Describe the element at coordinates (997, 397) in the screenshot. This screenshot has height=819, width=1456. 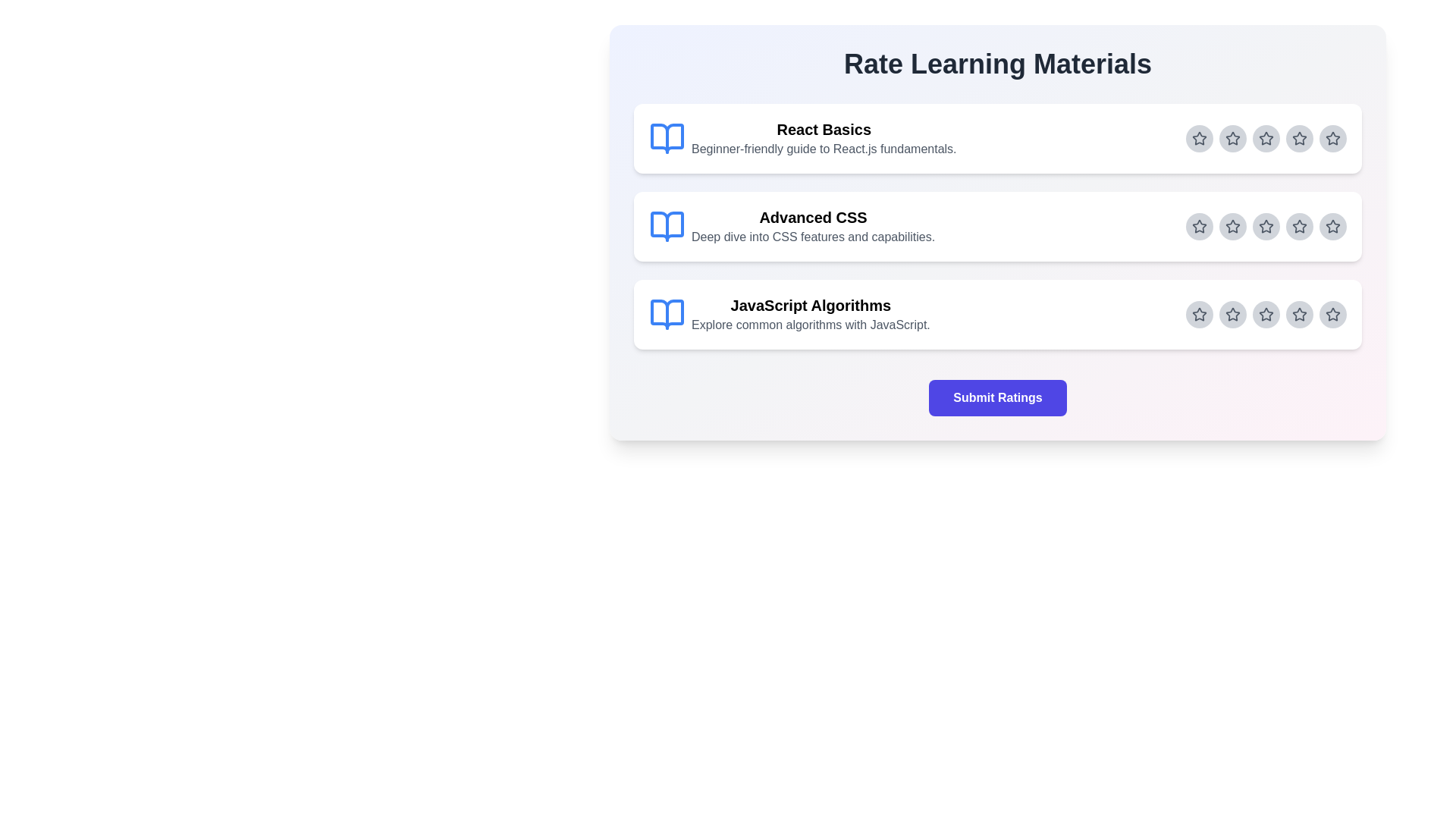
I see `the 'Submit Ratings' button to submit the ratings` at that location.